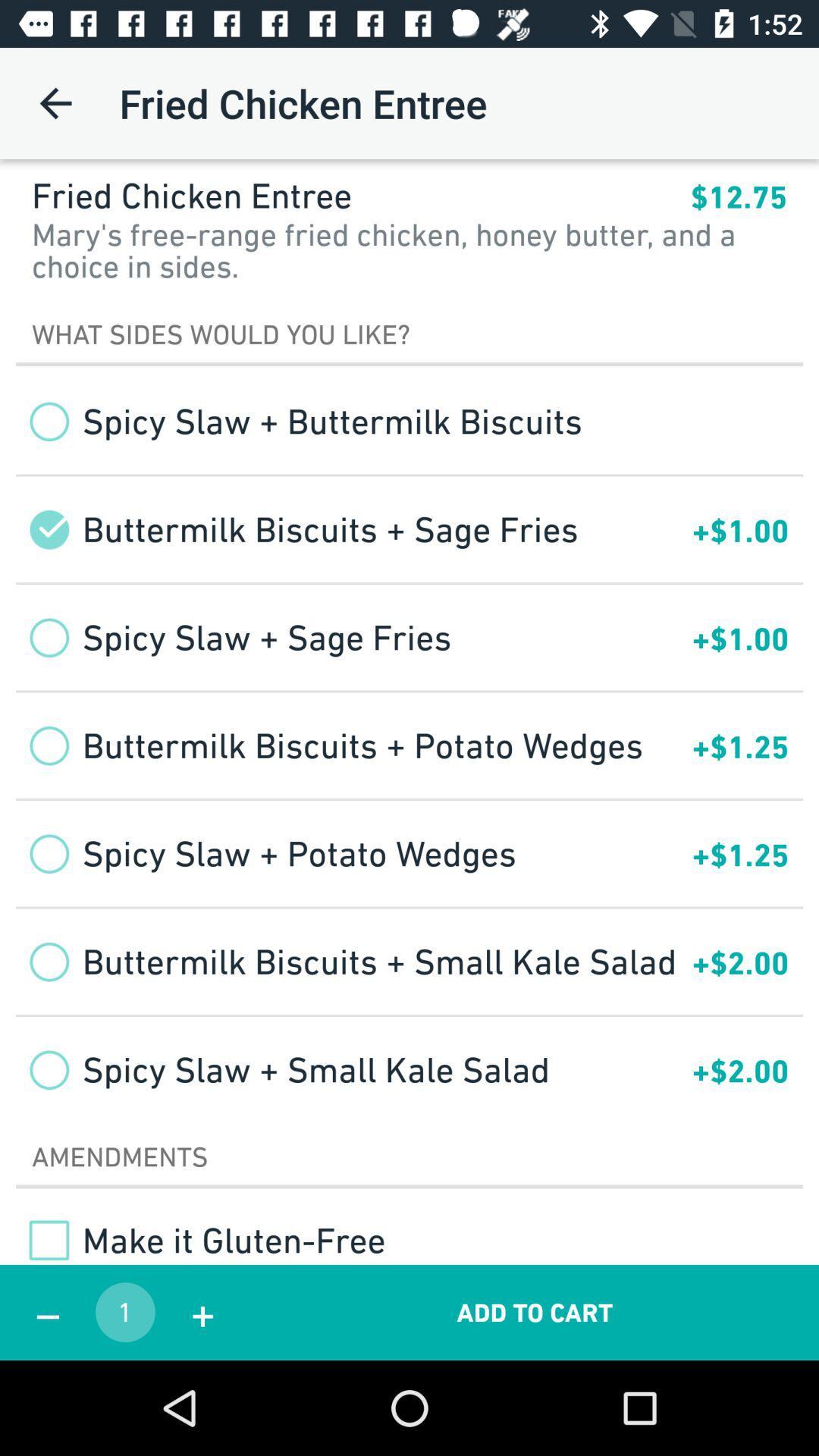  What do you see at coordinates (738, 196) in the screenshot?
I see `the icon next to the fried chicken entree item` at bounding box center [738, 196].